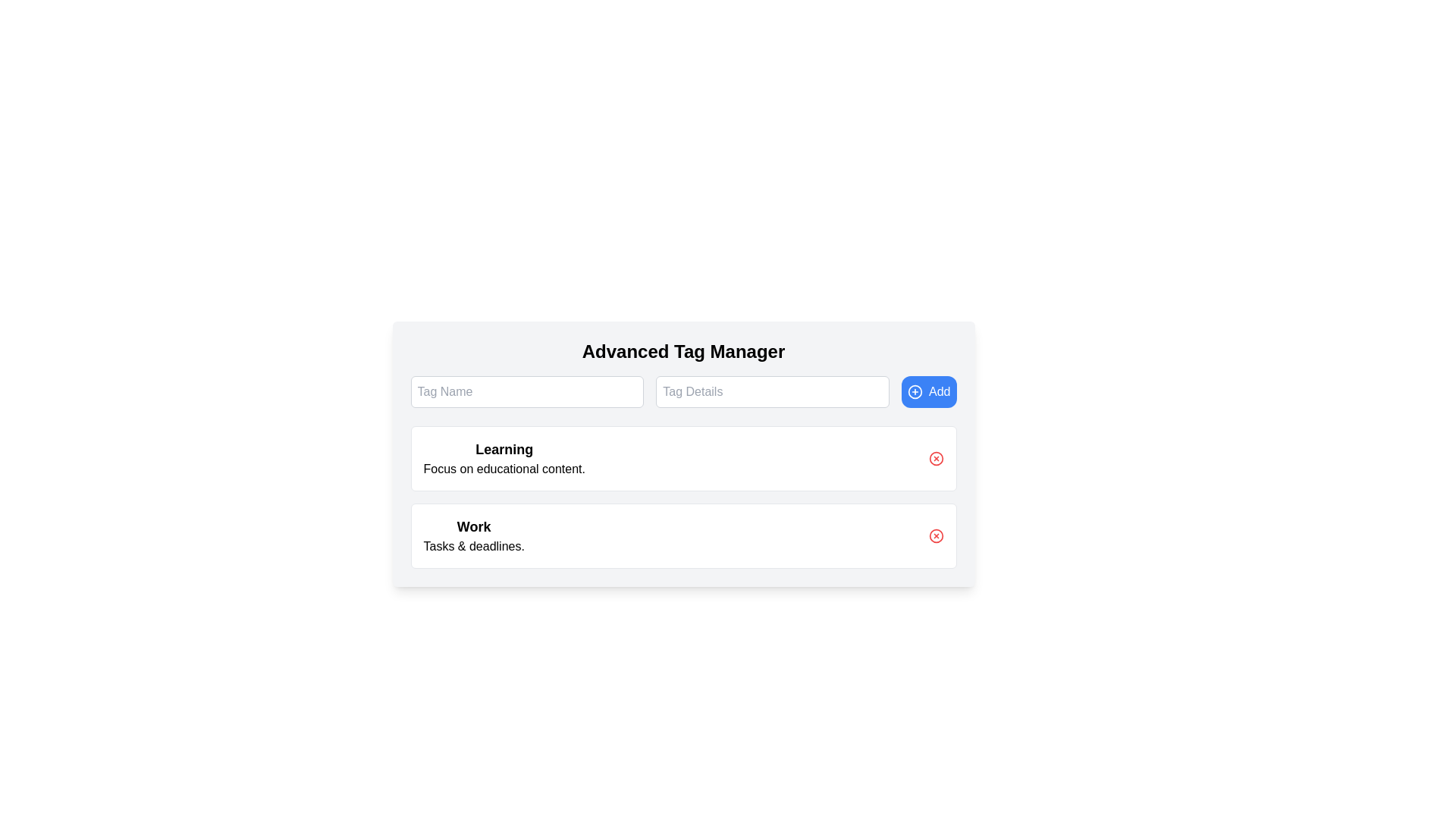  Describe the element at coordinates (504, 449) in the screenshot. I see `the static text label displaying the bold text 'Learning', which is styled with a larger font size and positioned above the description text 'Focus on educational content'` at that location.